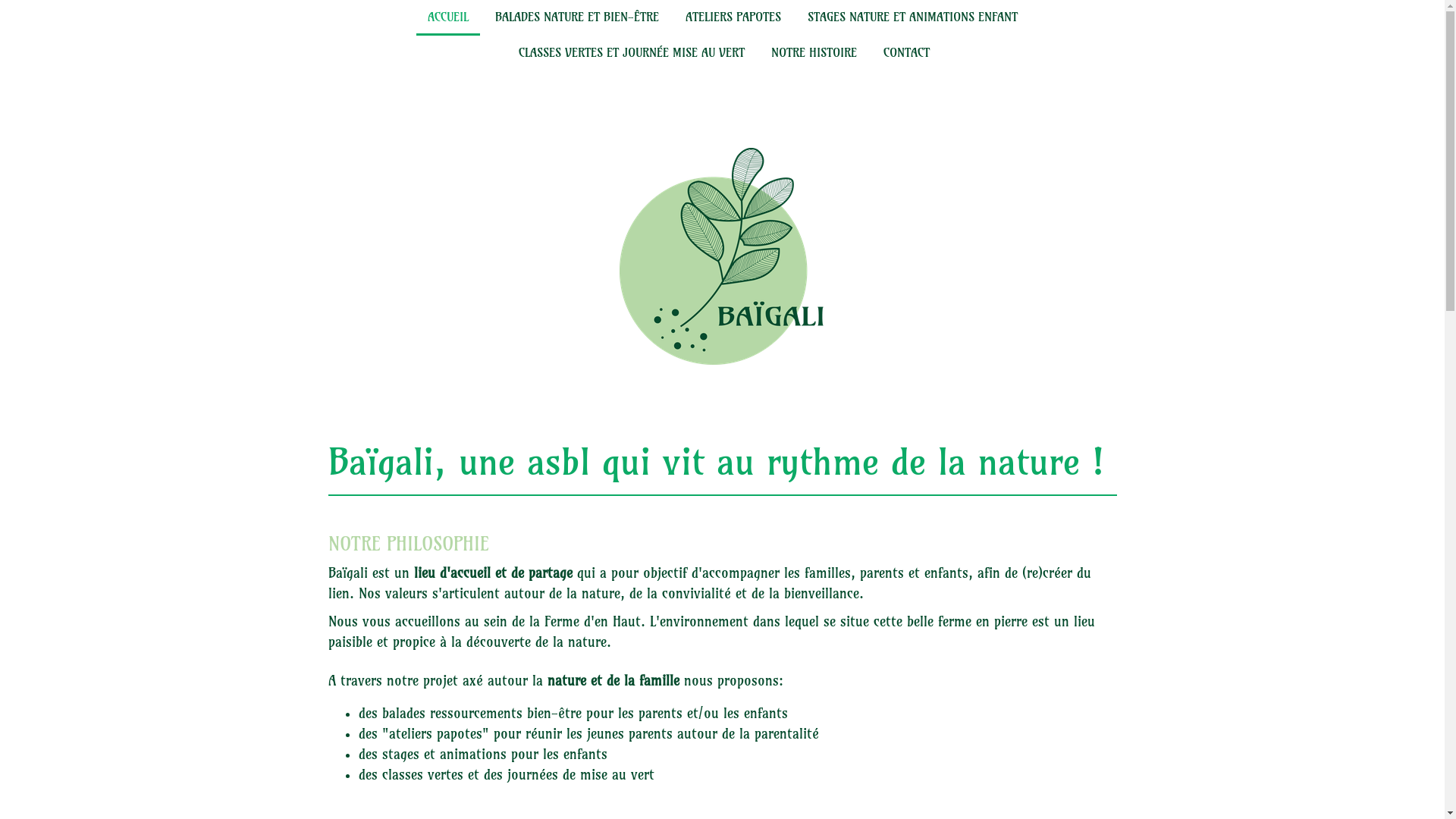 The image size is (1456, 819). Describe the element at coordinates (673, 17) in the screenshot. I see `'ATELIERS PAPOTES'` at that location.